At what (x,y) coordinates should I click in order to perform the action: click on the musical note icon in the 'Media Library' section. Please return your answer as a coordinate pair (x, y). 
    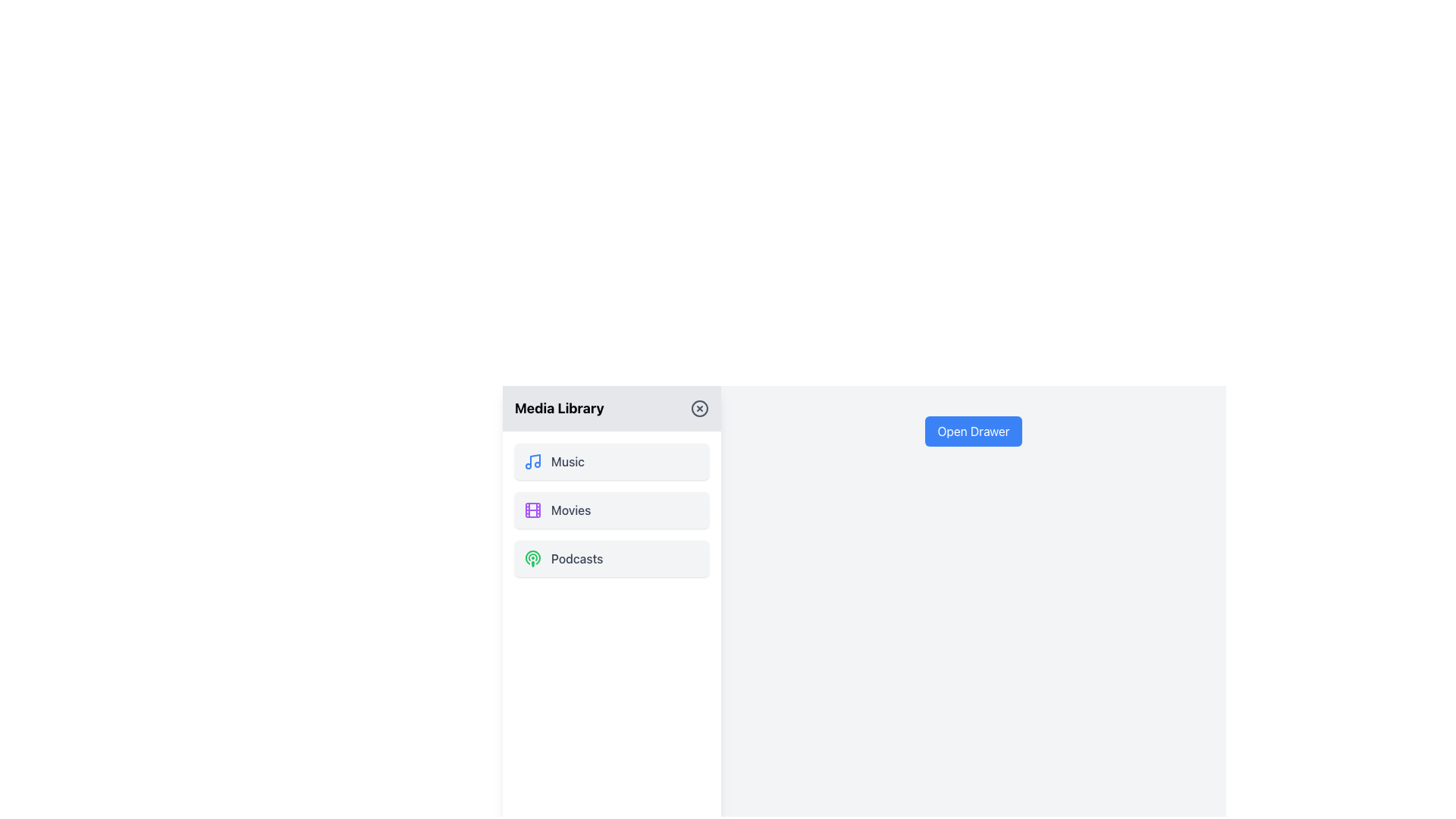
    Looking at the image, I should click on (532, 461).